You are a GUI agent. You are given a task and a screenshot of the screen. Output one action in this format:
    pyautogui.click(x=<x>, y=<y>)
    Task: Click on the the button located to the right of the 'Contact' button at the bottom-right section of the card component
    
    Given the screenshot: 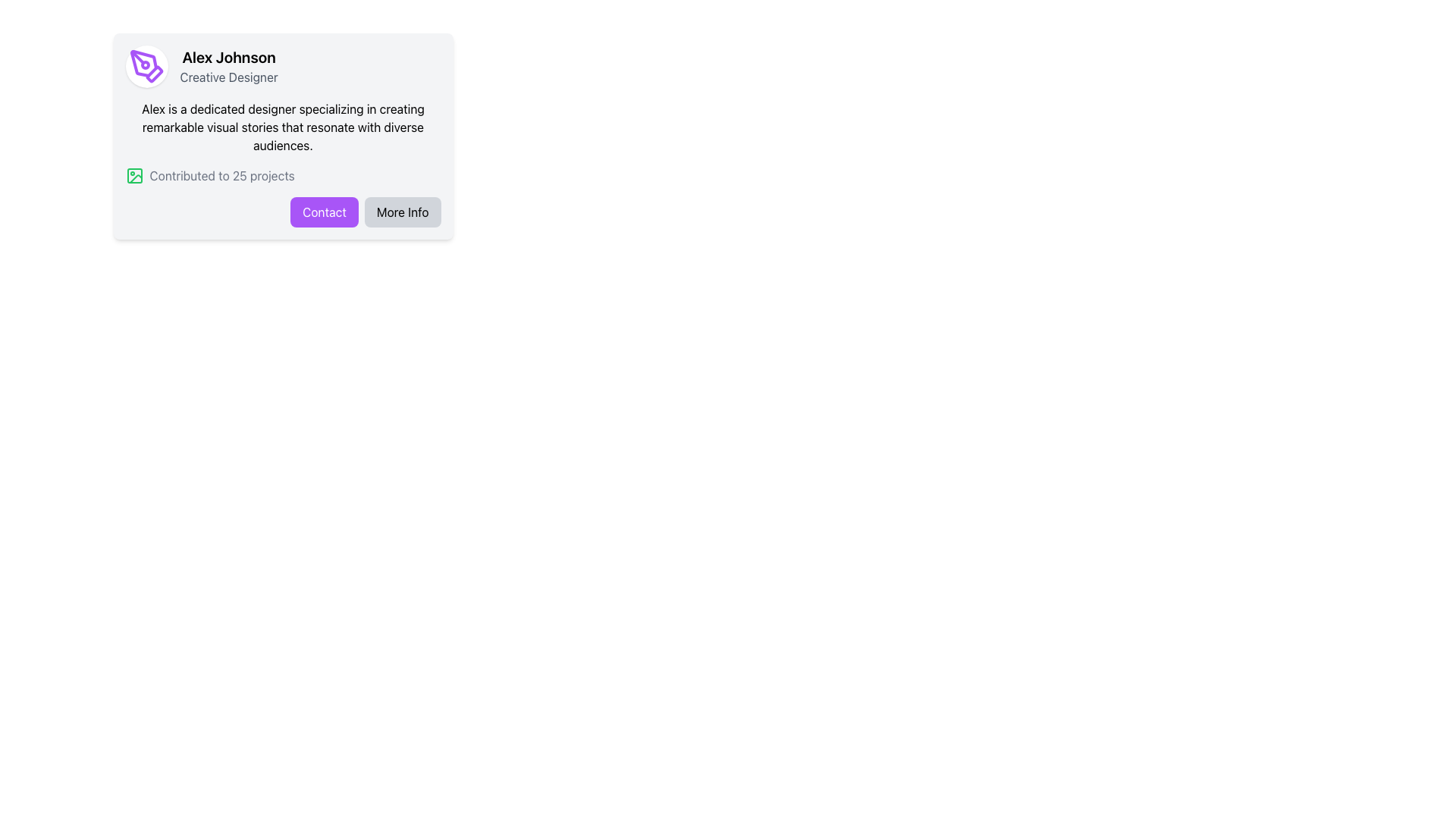 What is the action you would take?
    pyautogui.click(x=403, y=212)
    